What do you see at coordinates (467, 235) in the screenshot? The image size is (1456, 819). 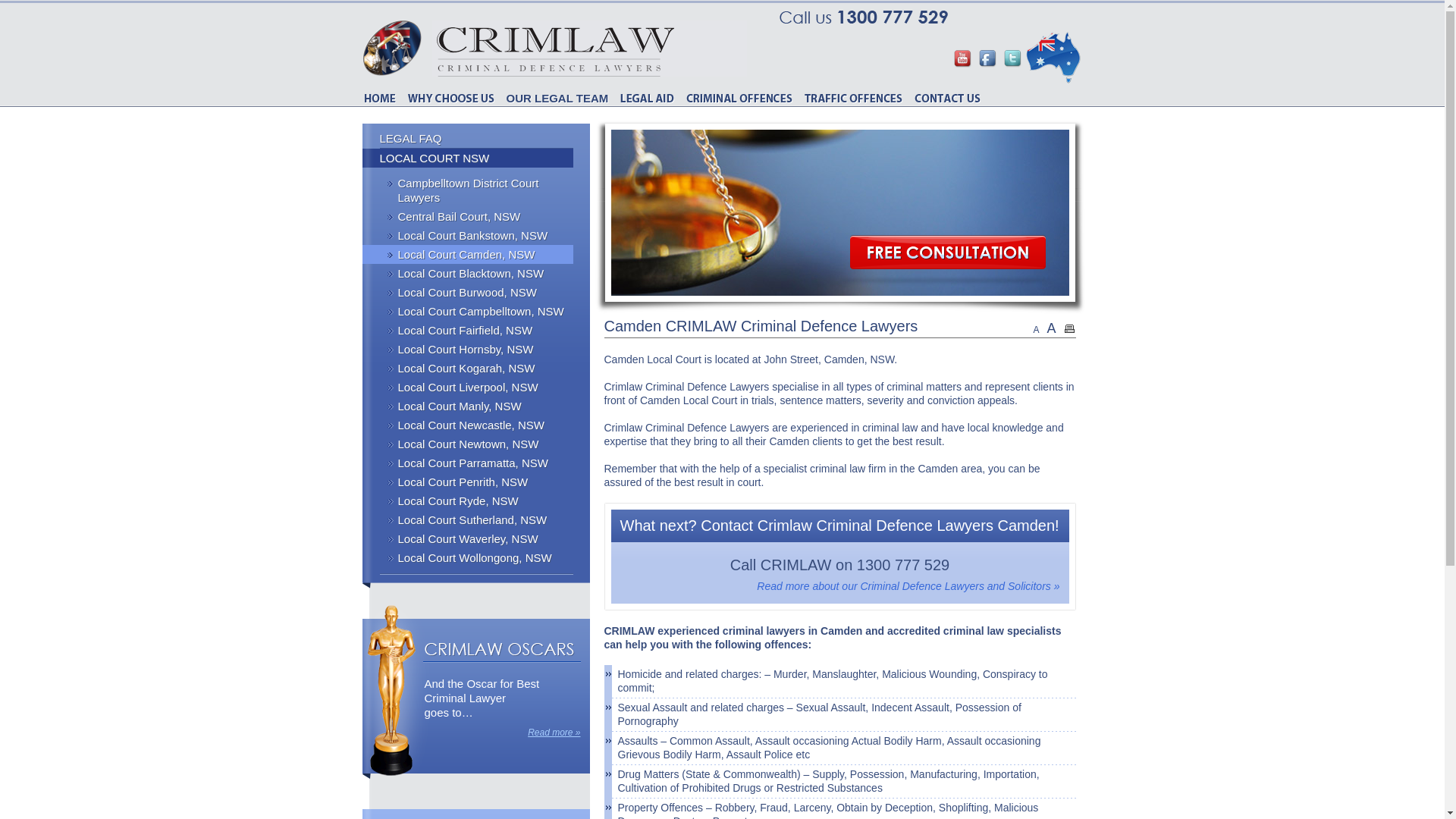 I see `'Local Court Bankstown, NSW'` at bounding box center [467, 235].